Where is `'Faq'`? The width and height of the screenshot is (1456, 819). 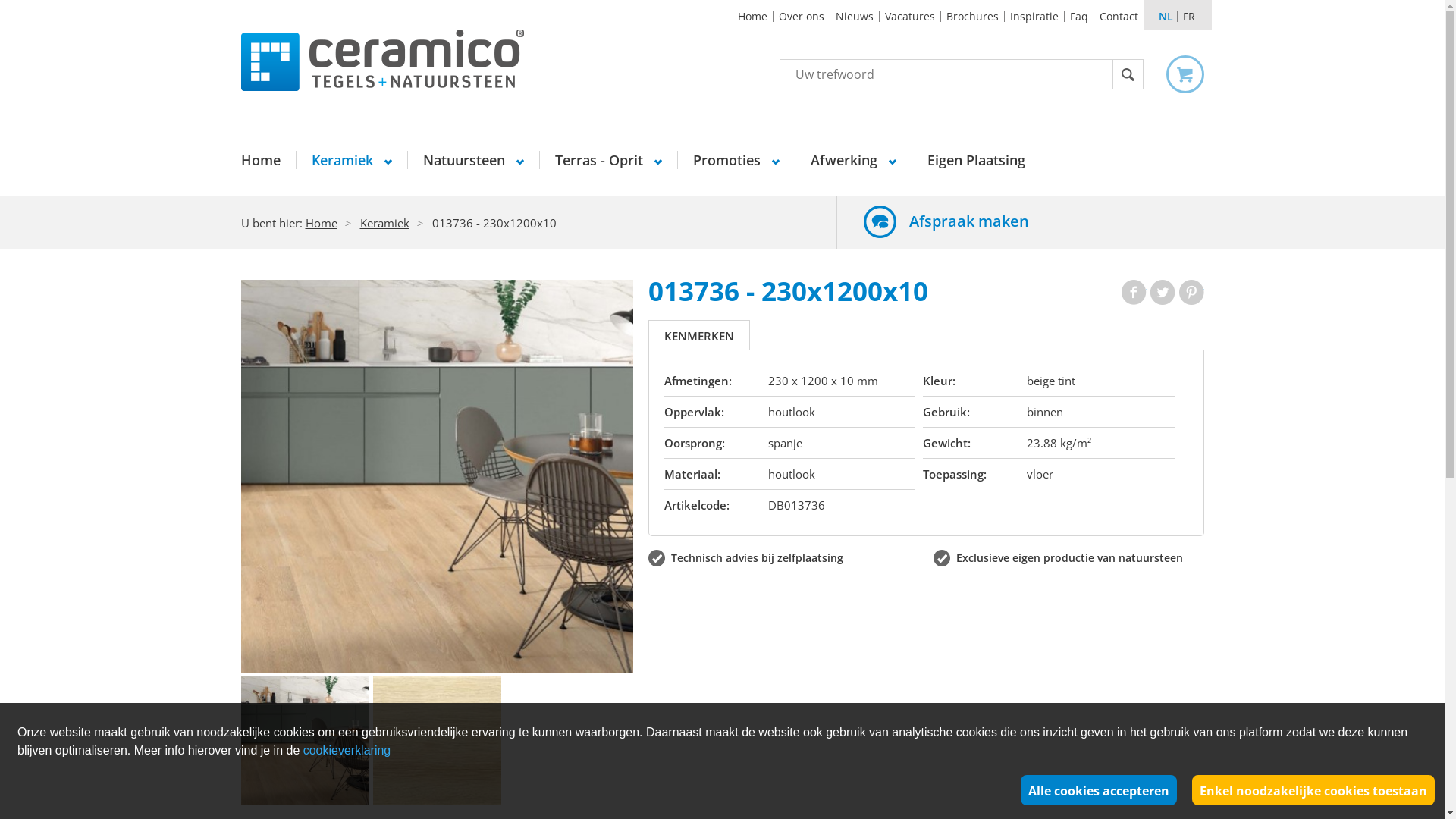 'Faq' is located at coordinates (1063, 16).